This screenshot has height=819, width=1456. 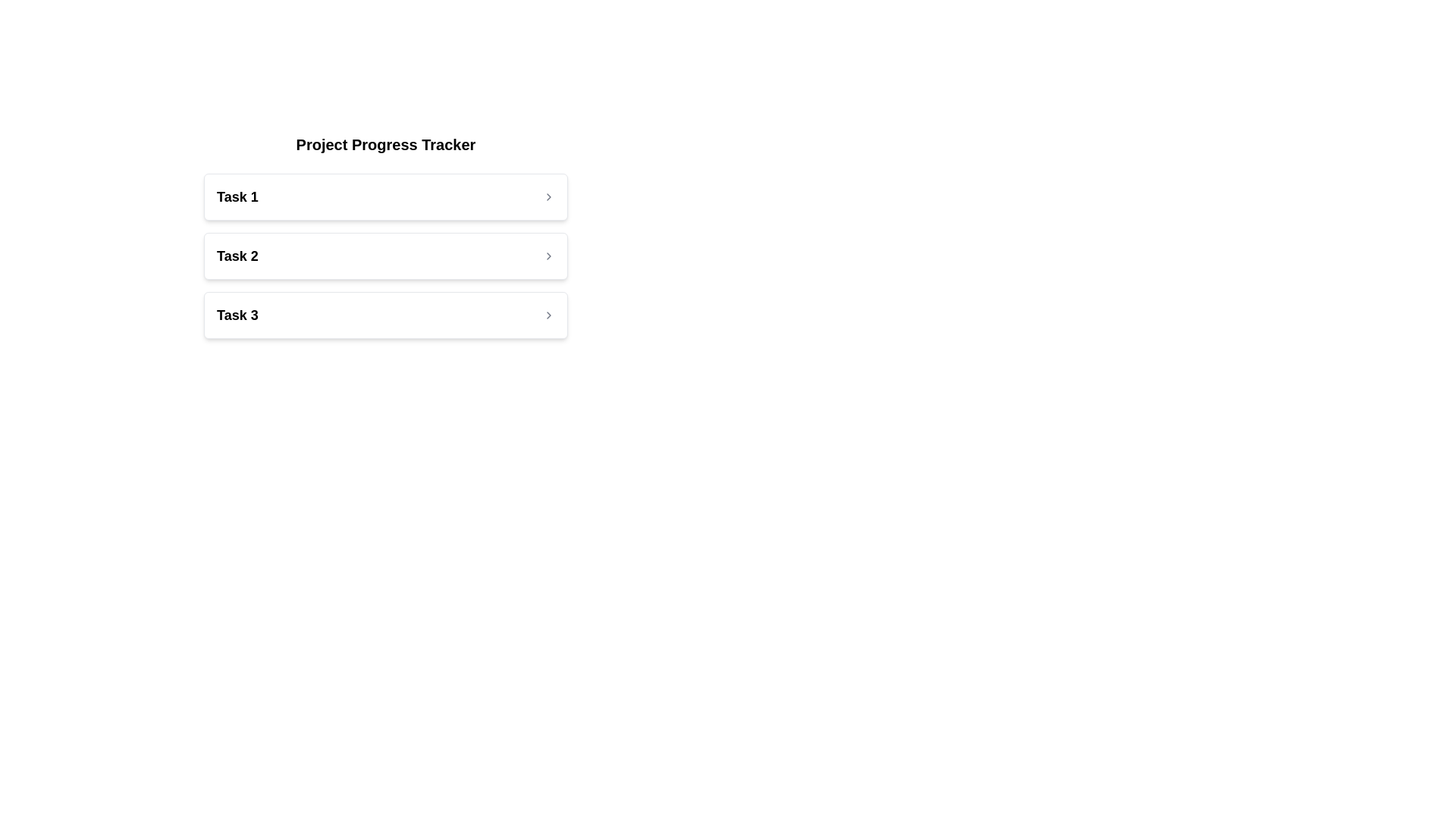 I want to click on the text label displaying 'Project Progress Tracker', which is styled in bold and large font at the top of the section containing a list of tasks, so click(x=385, y=145).